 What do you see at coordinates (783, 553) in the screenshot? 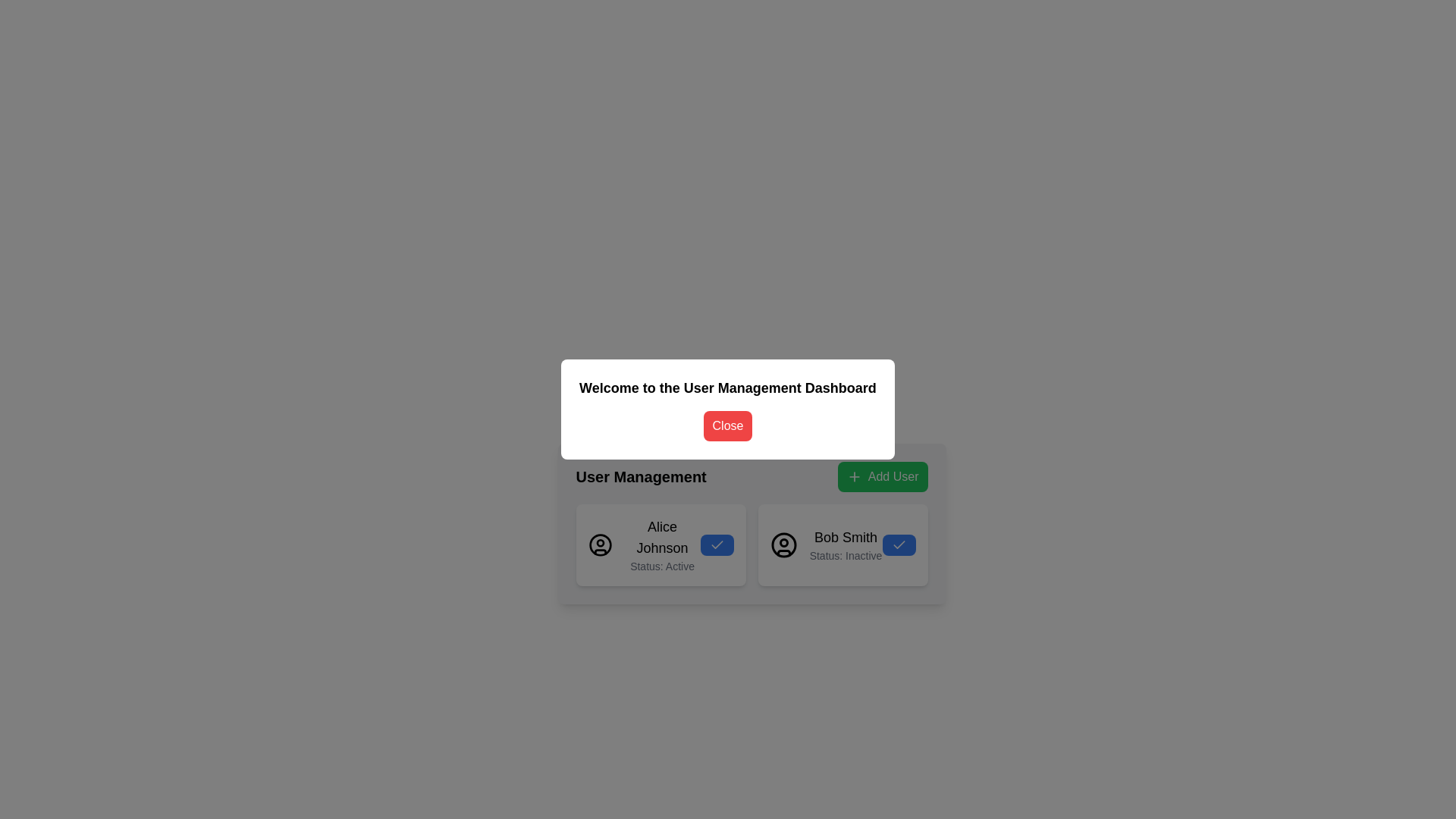
I see `the decorative segment of the user profile icon representing 'Bob Smith' located in the 'User Management' section` at bounding box center [783, 553].